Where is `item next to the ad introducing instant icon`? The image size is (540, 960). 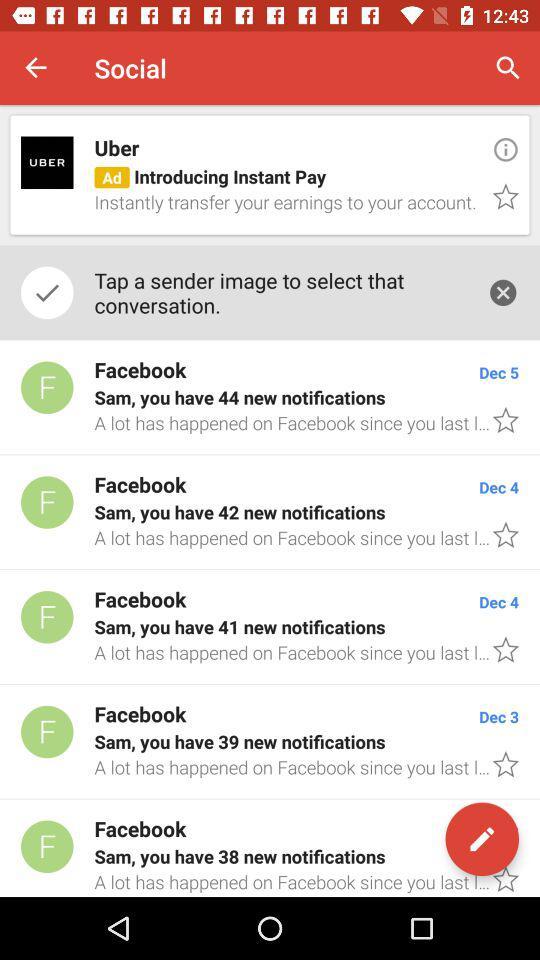
item next to the ad introducing instant icon is located at coordinates (499, 198).